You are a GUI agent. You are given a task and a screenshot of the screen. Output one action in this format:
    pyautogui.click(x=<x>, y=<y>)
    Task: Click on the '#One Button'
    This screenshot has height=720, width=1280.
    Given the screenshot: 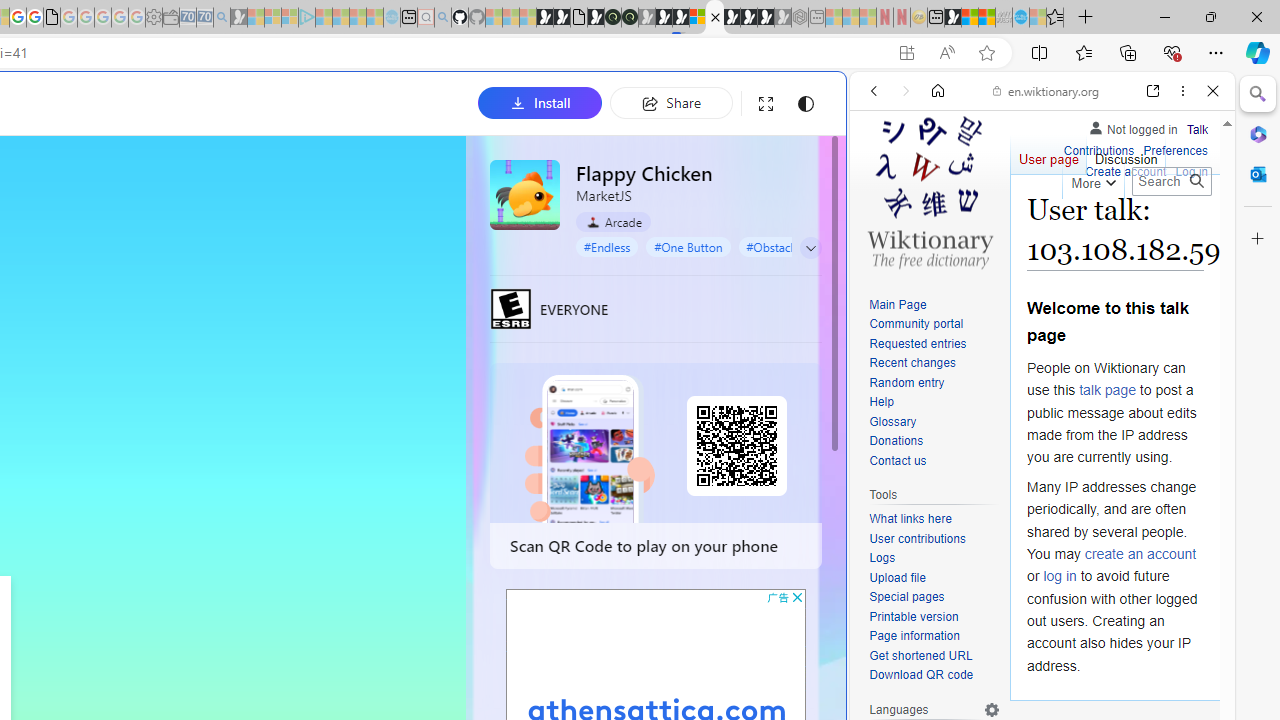 What is the action you would take?
    pyautogui.click(x=688, y=245)
    